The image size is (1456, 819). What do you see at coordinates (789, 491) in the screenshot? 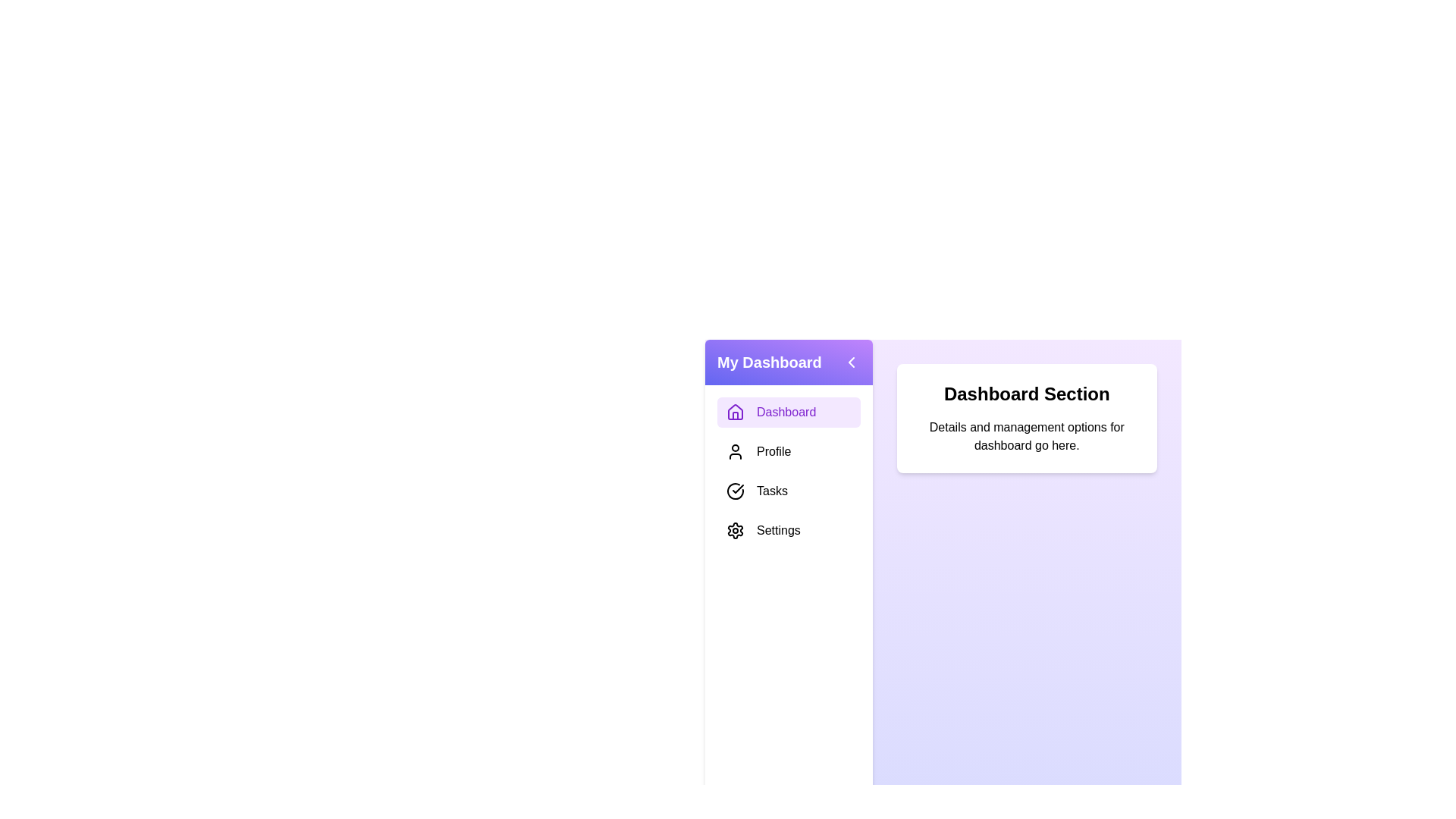
I see `the 'Tasks' button-like menu item in the sidebar` at bounding box center [789, 491].